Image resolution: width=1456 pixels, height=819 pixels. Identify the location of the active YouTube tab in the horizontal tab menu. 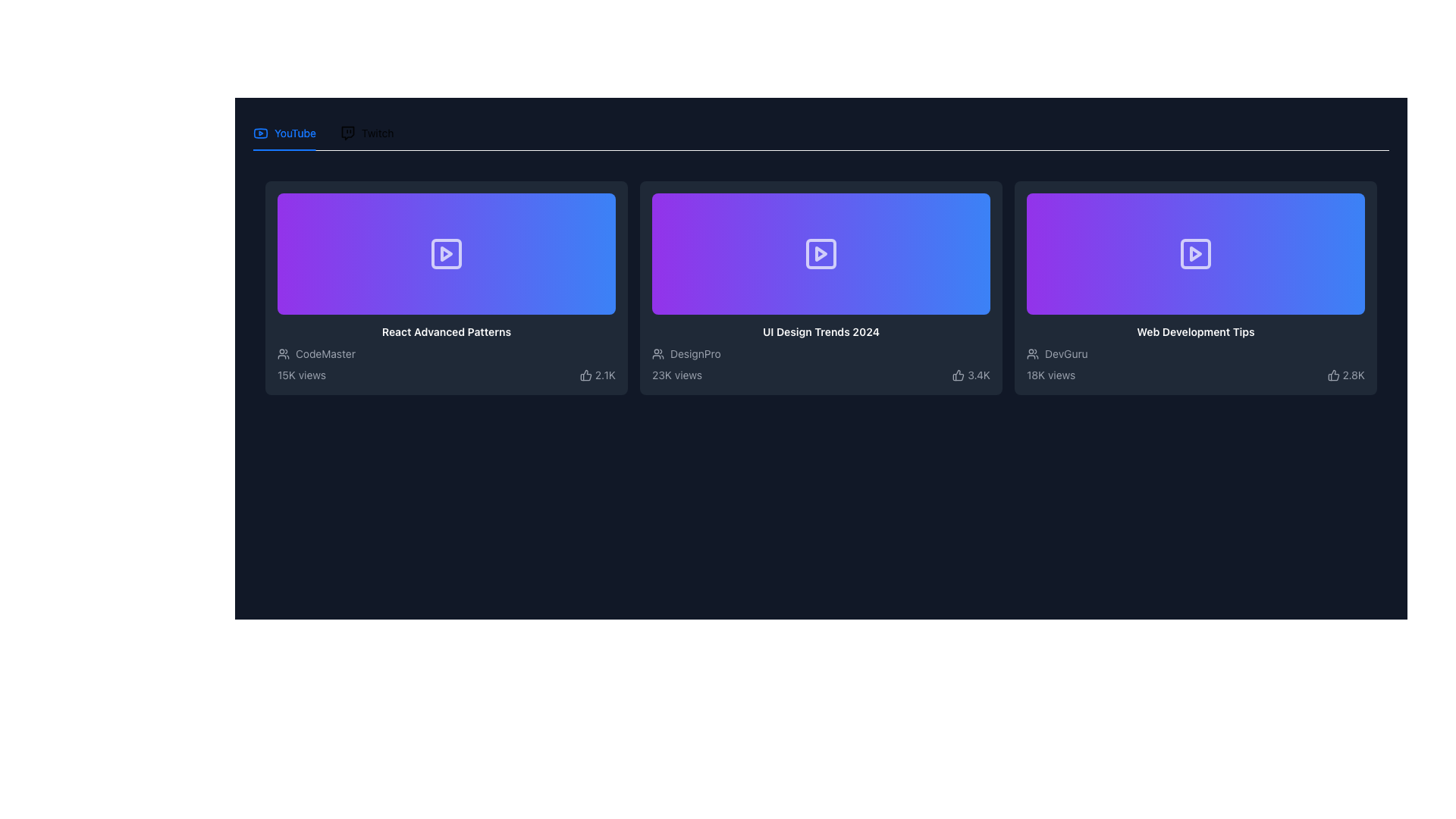
(284, 133).